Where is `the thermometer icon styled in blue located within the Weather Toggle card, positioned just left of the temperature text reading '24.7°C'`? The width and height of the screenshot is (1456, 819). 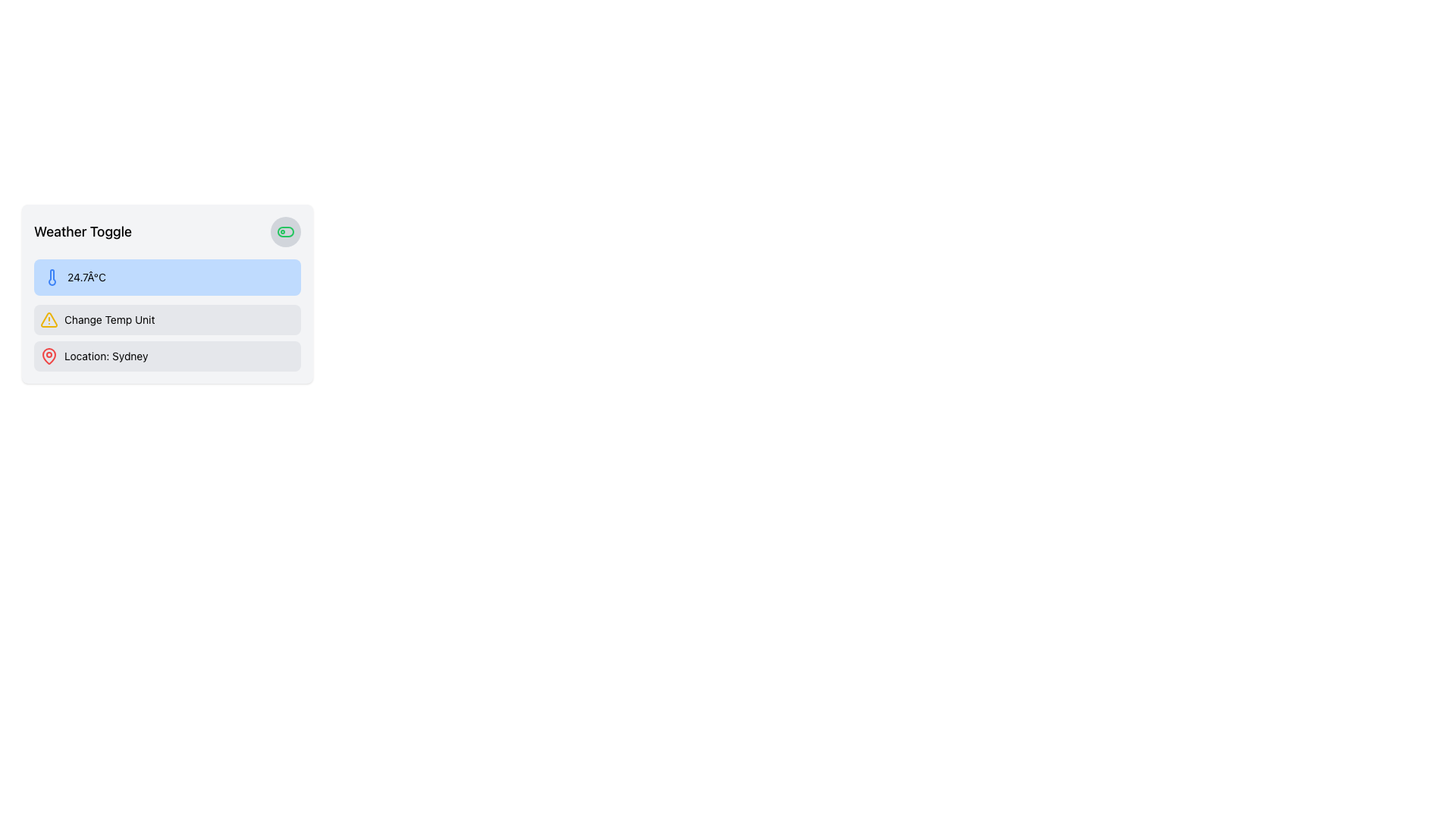
the thermometer icon styled in blue located within the Weather Toggle card, positioned just left of the temperature text reading '24.7°C' is located at coordinates (52, 278).